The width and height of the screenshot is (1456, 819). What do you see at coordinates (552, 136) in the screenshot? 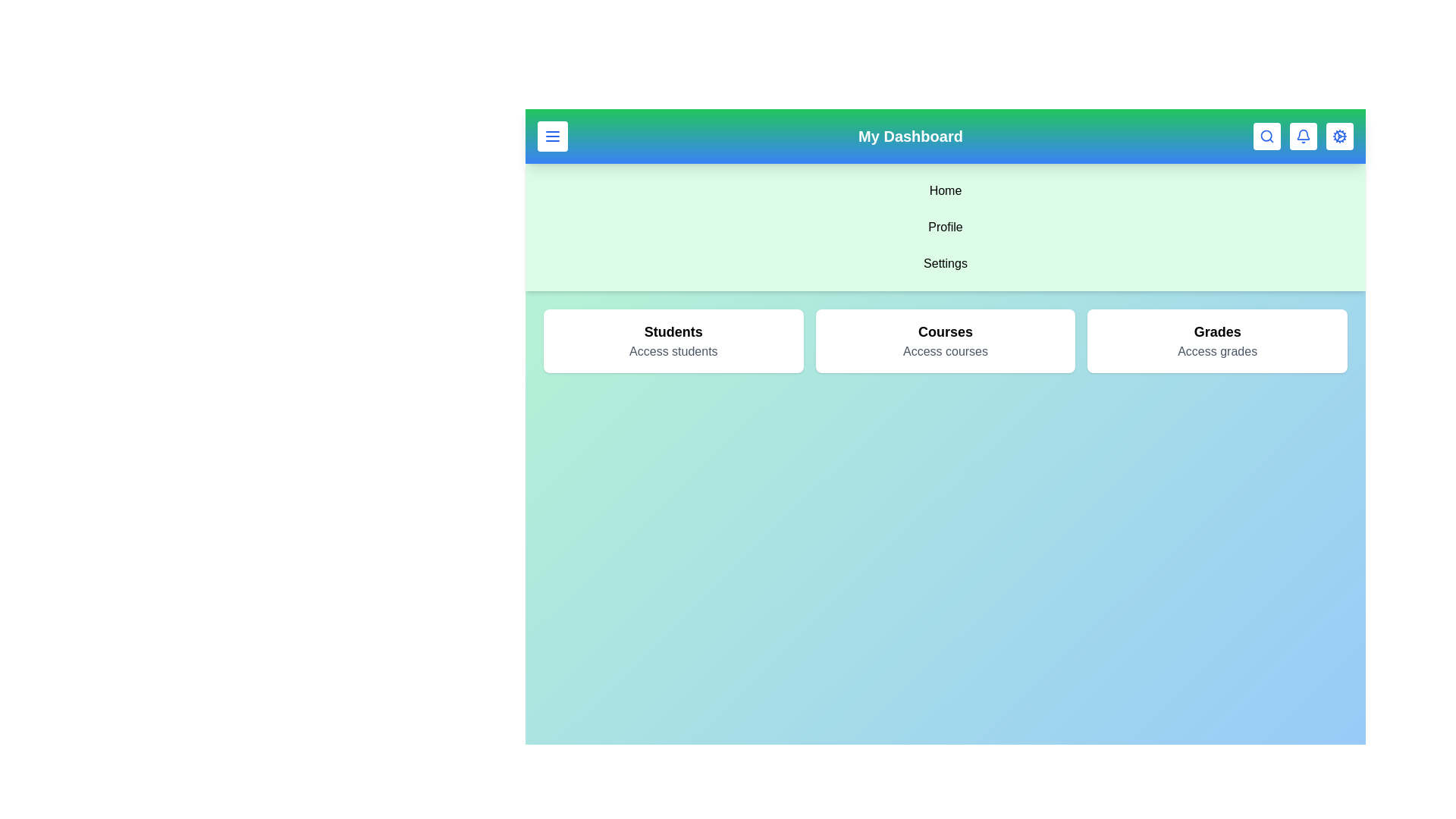
I see `the menu button to toggle the sidebar menu` at bounding box center [552, 136].